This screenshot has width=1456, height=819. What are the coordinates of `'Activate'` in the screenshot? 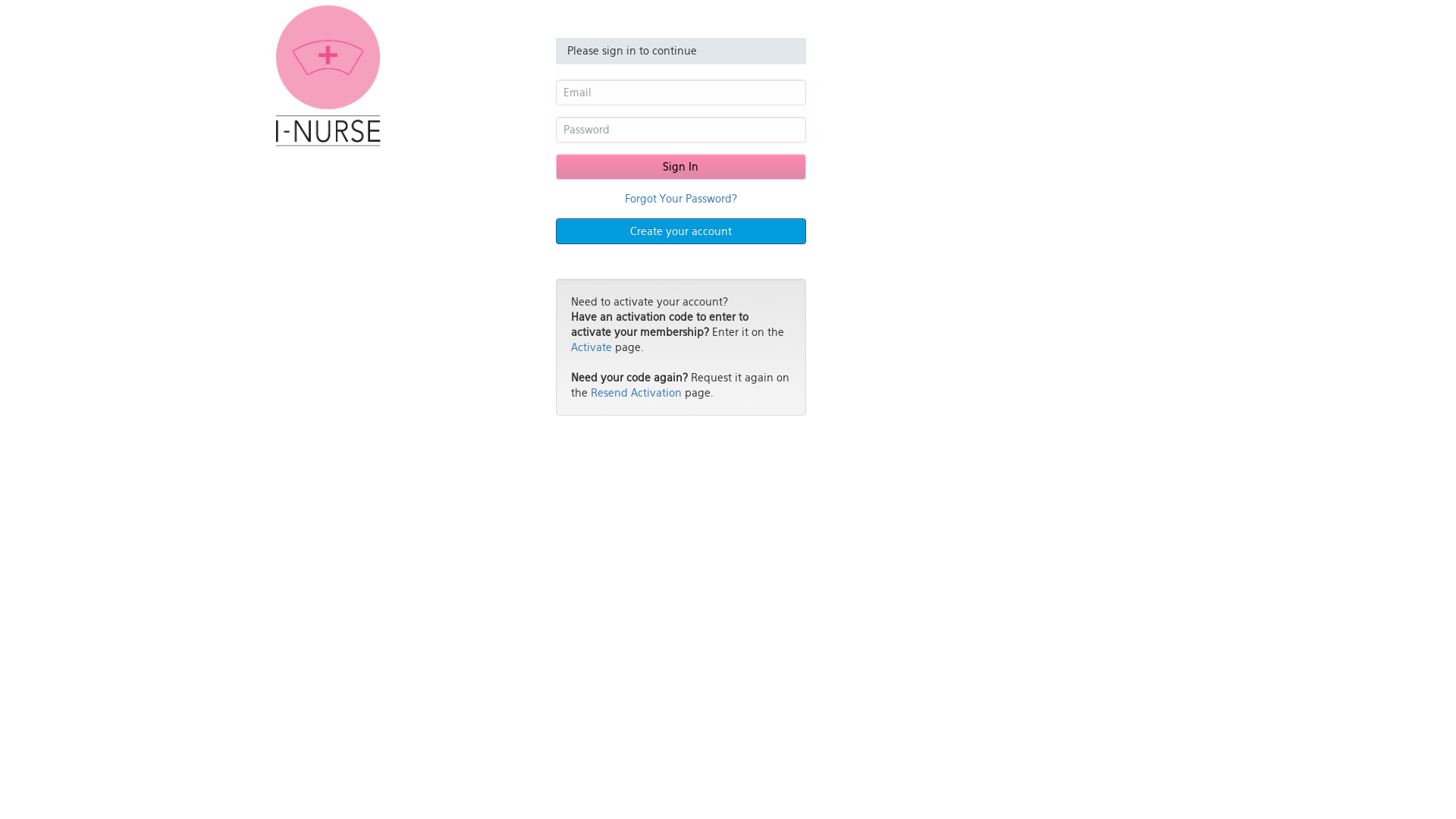 It's located at (589, 347).